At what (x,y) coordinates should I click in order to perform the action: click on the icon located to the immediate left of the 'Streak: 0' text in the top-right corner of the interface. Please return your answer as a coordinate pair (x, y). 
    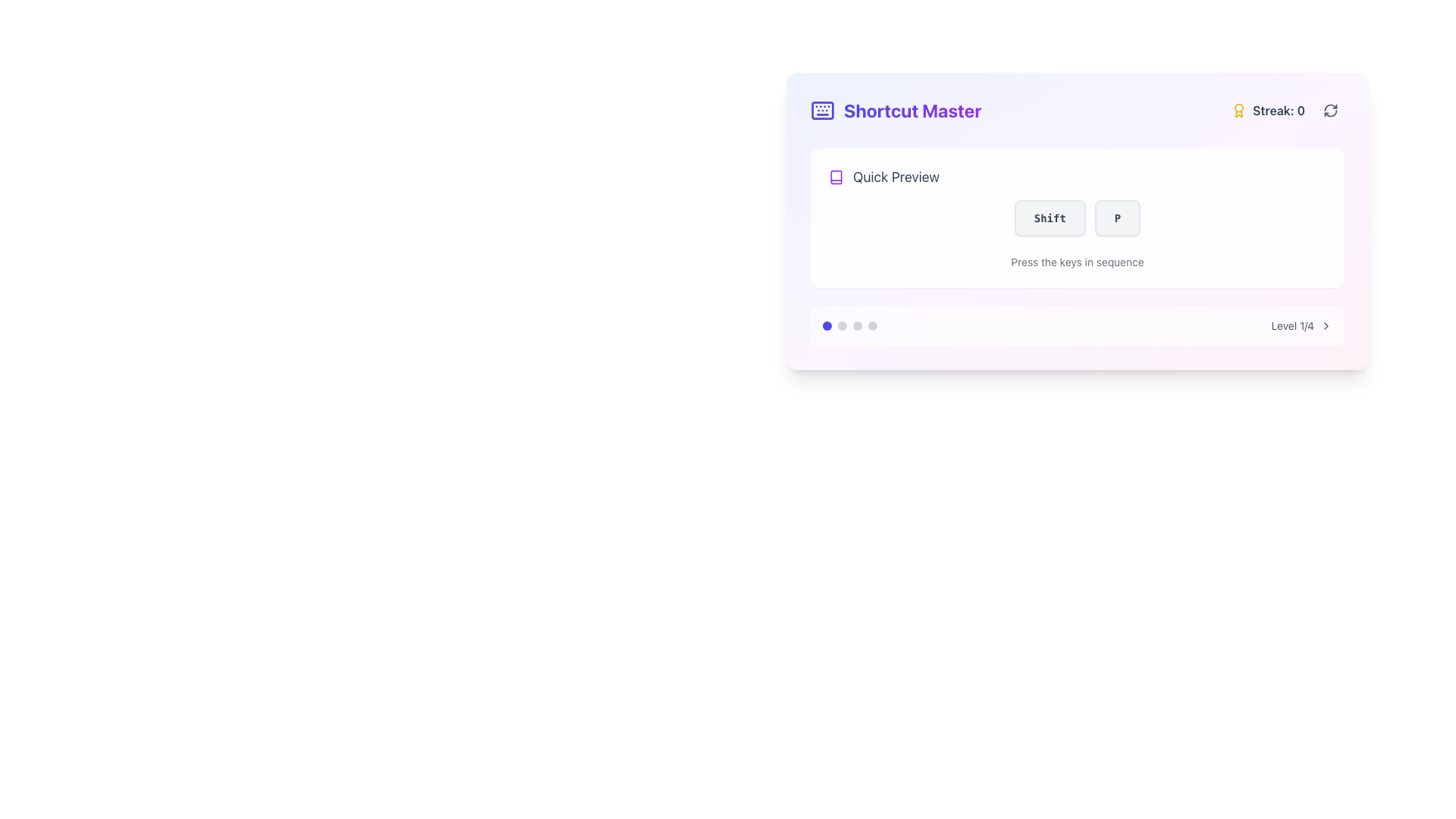
    Looking at the image, I should click on (1239, 110).